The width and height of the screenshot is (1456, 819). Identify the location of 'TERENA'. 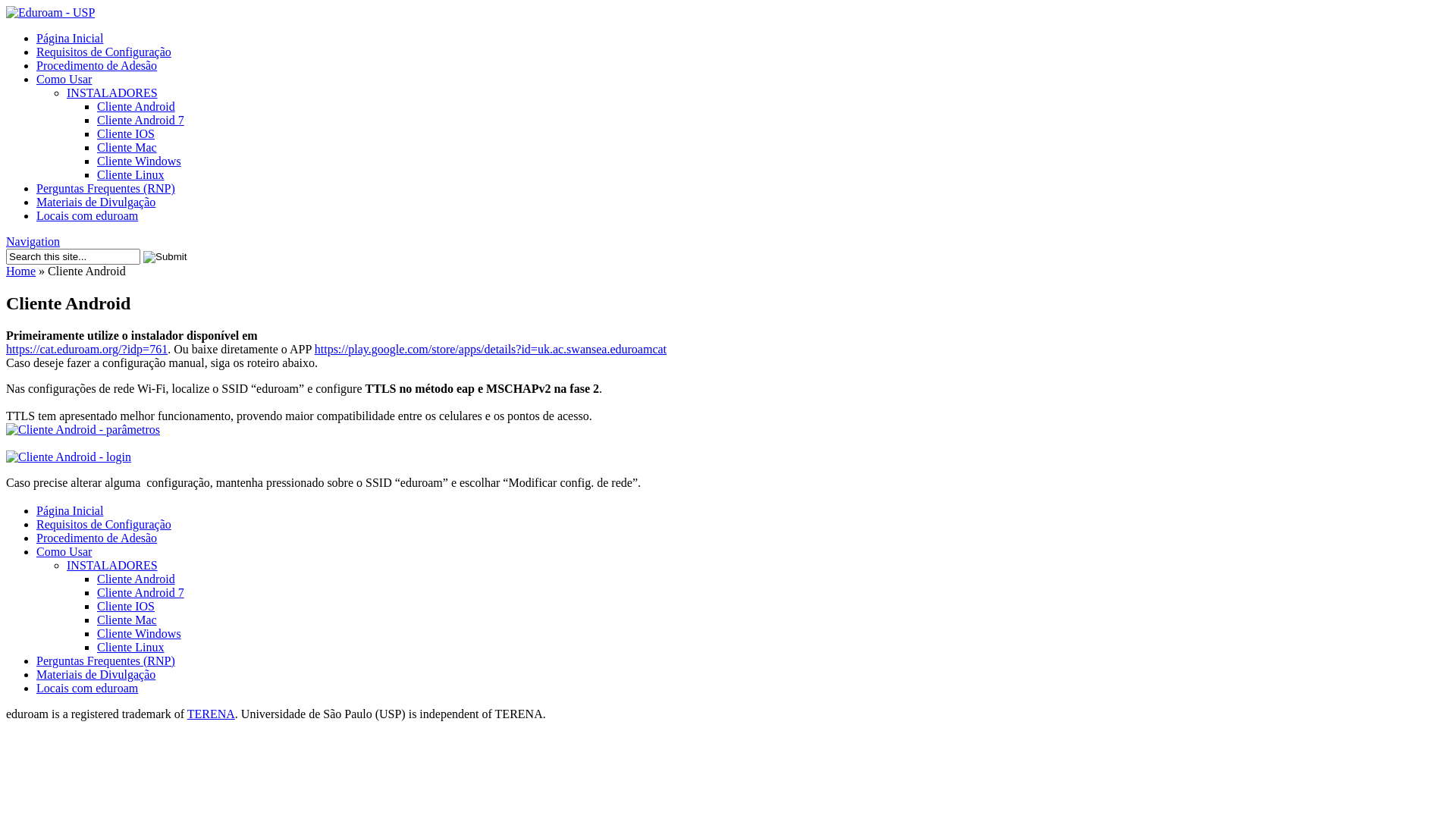
(210, 714).